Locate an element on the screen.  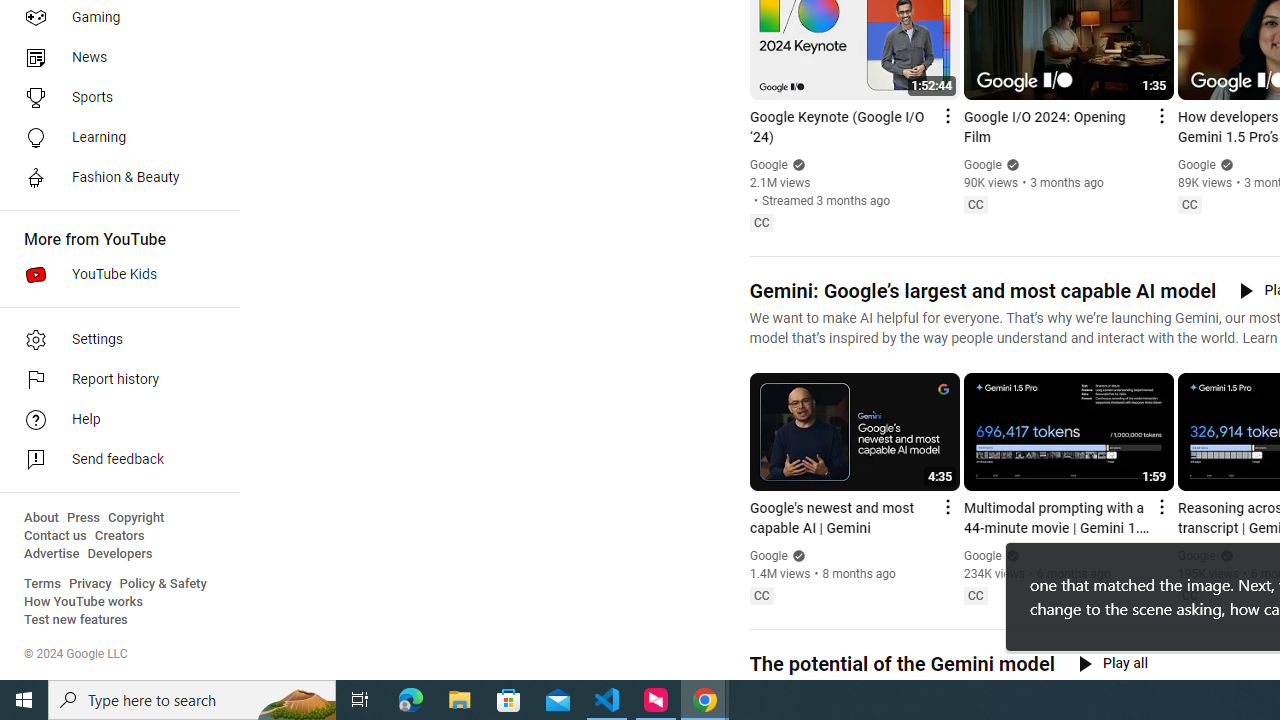
'Action menu' is located at coordinates (1160, 505).